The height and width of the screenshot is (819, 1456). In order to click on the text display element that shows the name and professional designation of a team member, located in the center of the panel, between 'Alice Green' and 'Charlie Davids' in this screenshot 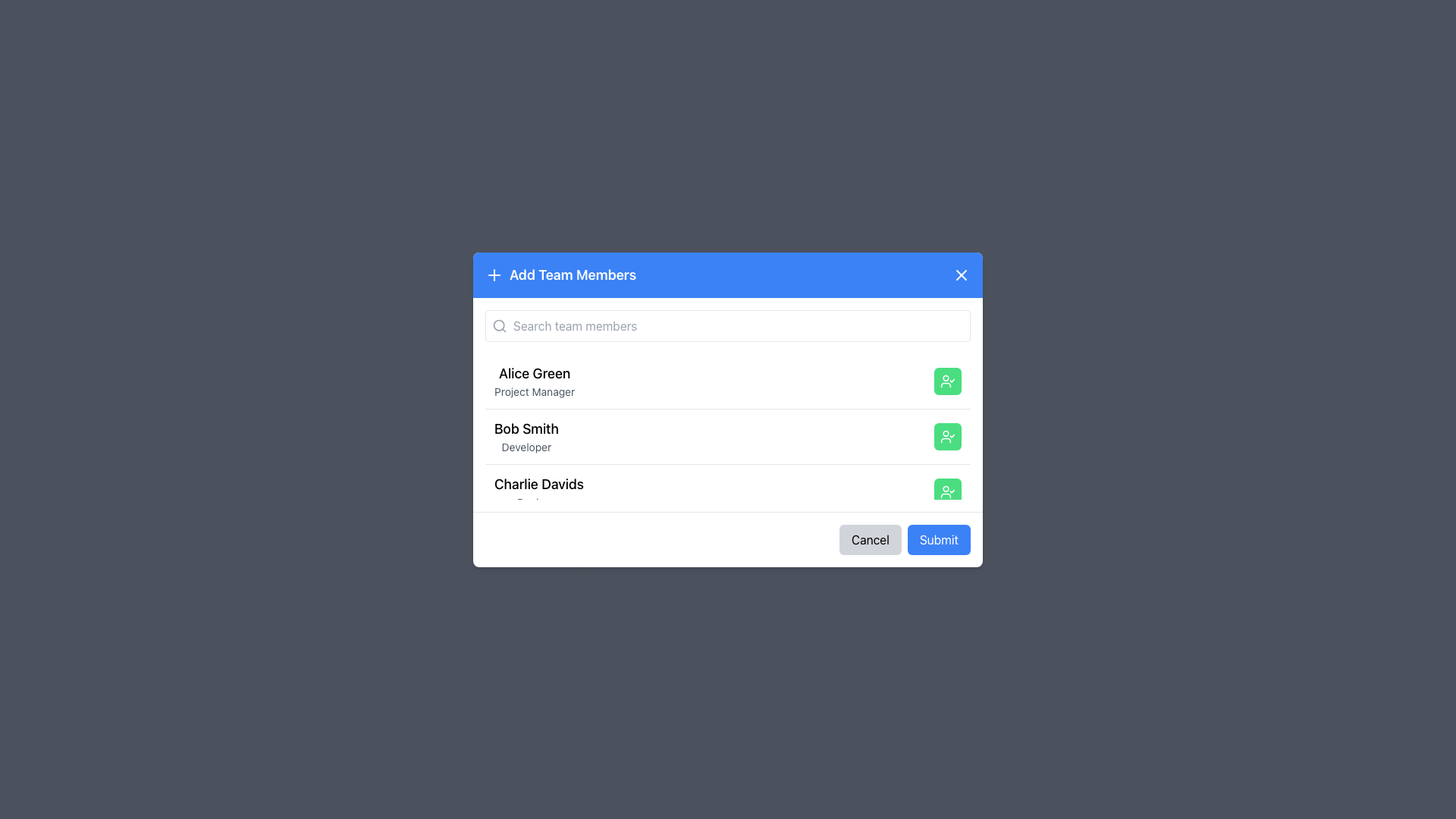, I will do `click(526, 436)`.